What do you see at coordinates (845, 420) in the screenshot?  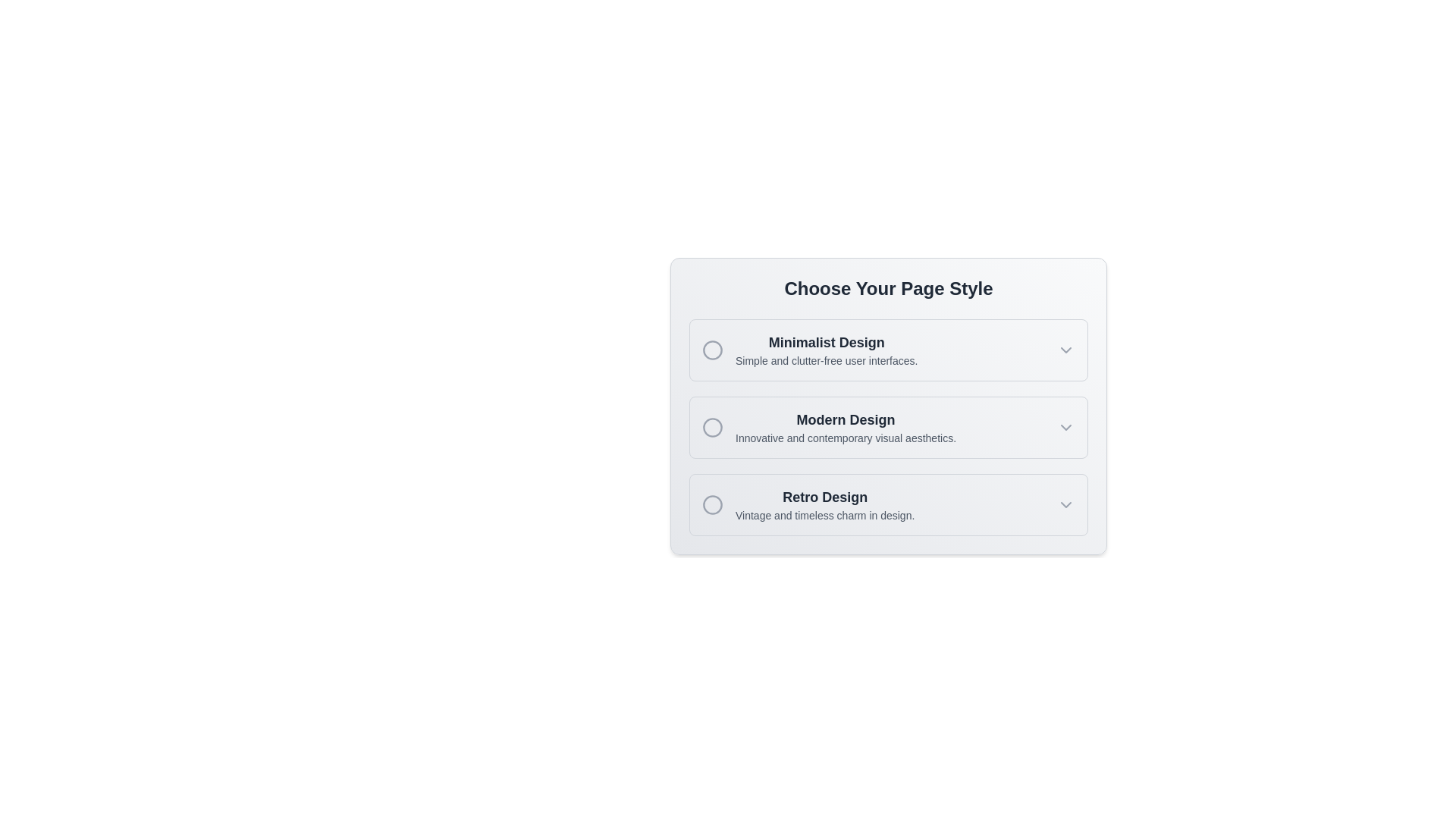 I see `the 'Modern Design' text label, which serves as a title in the visual style selector, positioned between 'Minimalist Design' and 'Retro Design' under 'Choose Your Page Style.'` at bounding box center [845, 420].